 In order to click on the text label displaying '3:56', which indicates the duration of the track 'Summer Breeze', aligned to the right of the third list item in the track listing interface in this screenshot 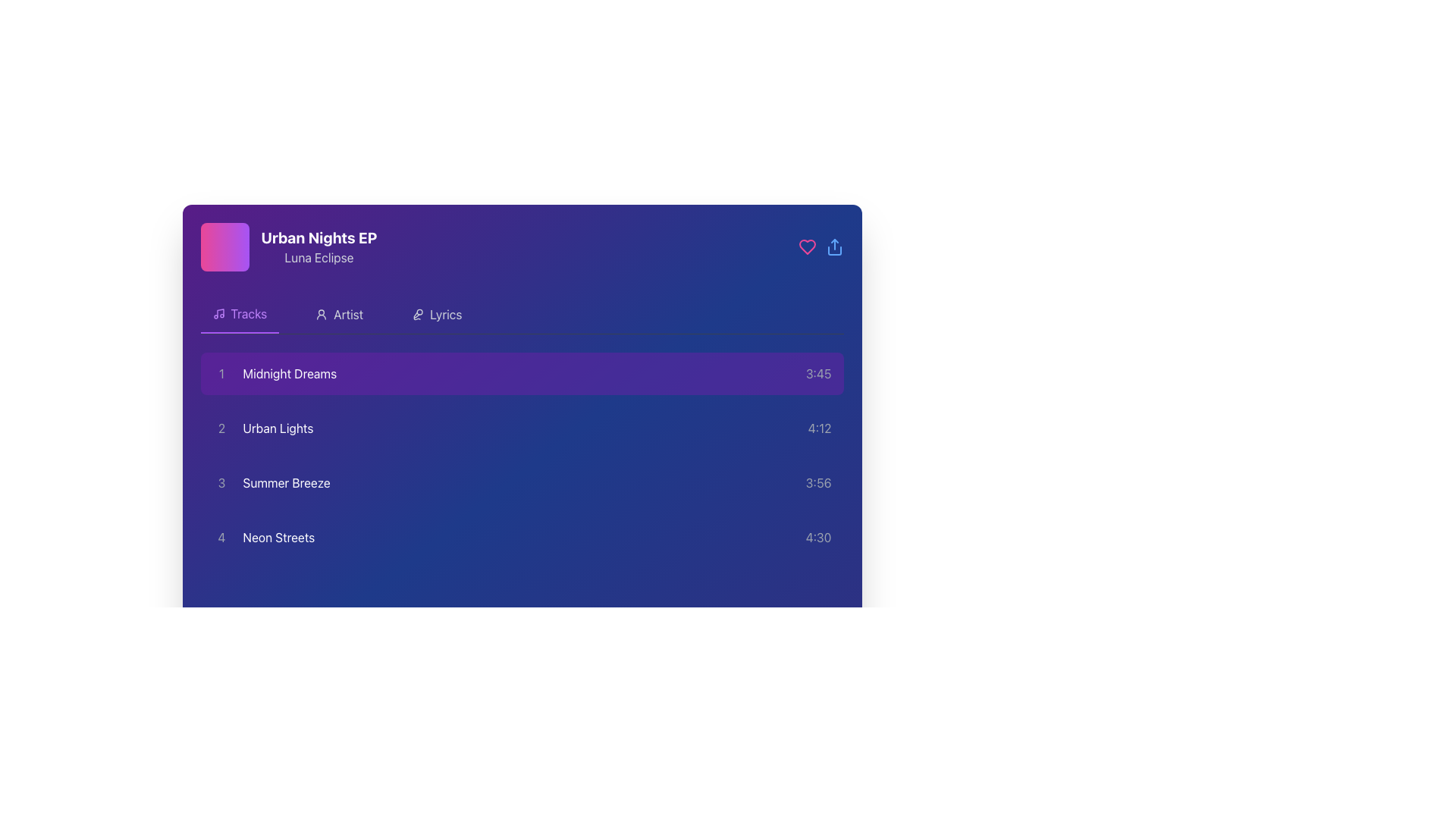, I will do `click(817, 482)`.